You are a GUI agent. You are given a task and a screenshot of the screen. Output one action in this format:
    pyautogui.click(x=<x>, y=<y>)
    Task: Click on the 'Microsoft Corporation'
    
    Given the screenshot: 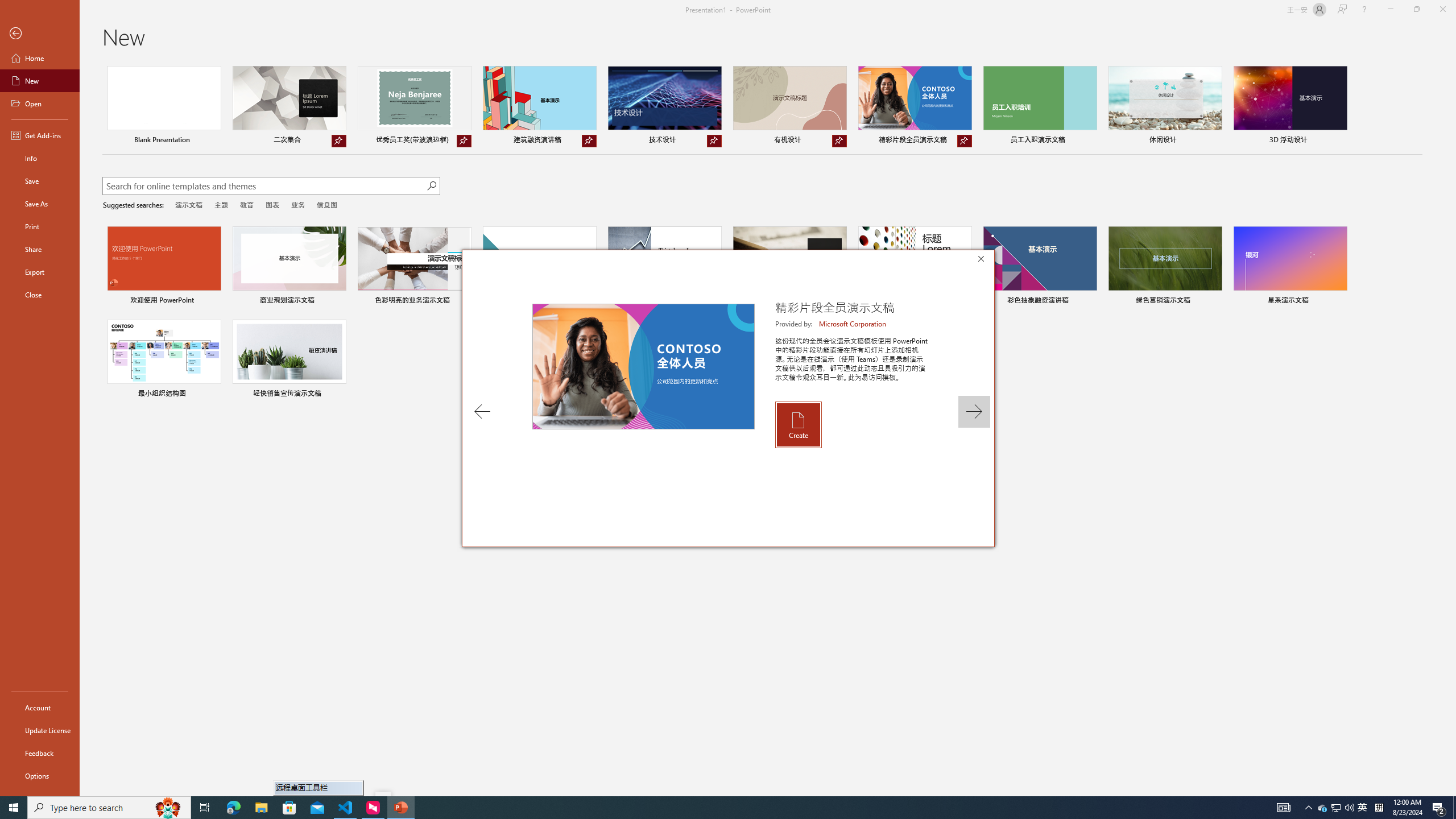 What is the action you would take?
    pyautogui.click(x=853, y=323)
    